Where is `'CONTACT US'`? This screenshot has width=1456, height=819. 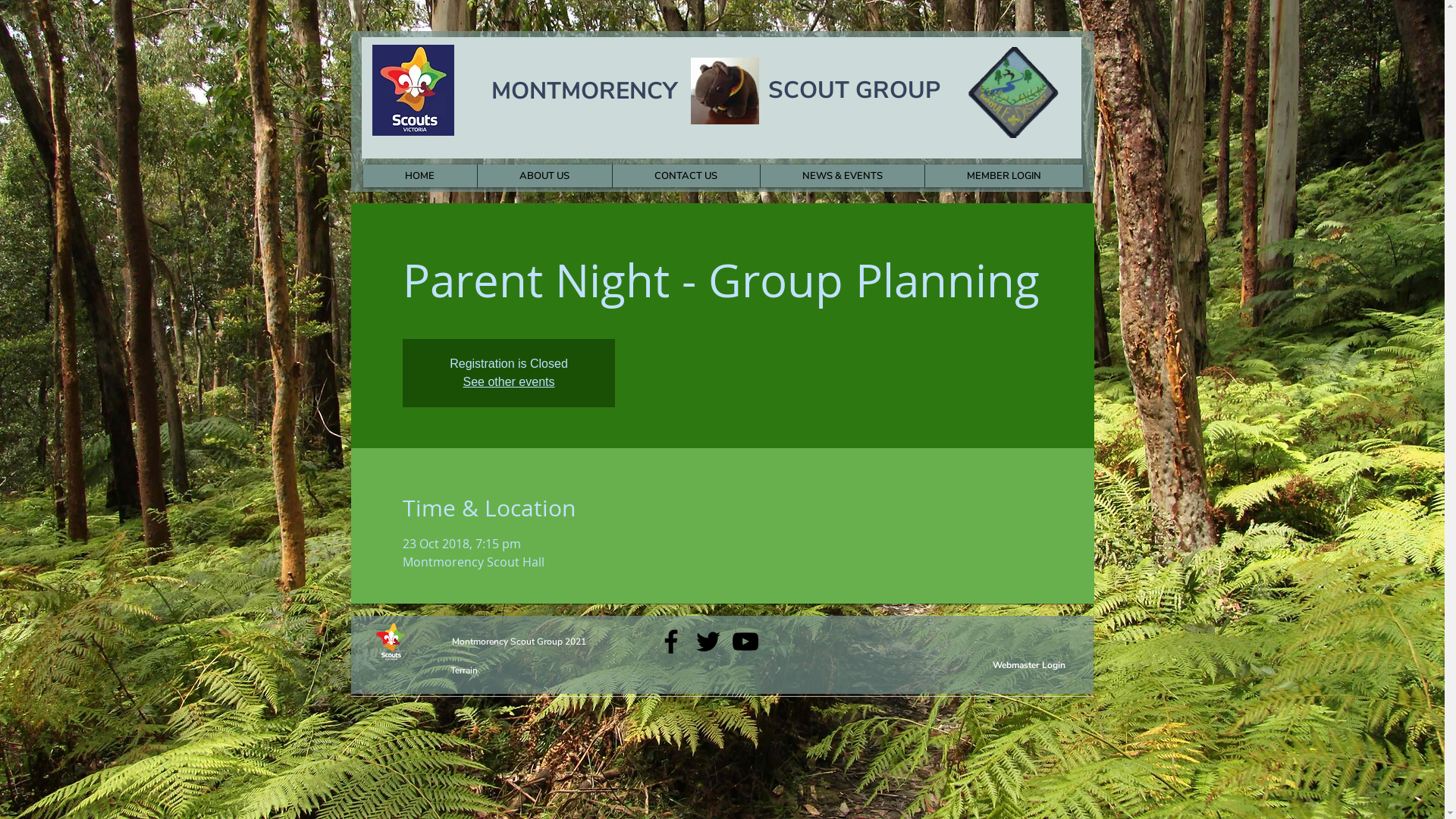 'CONTACT US' is located at coordinates (684, 174).